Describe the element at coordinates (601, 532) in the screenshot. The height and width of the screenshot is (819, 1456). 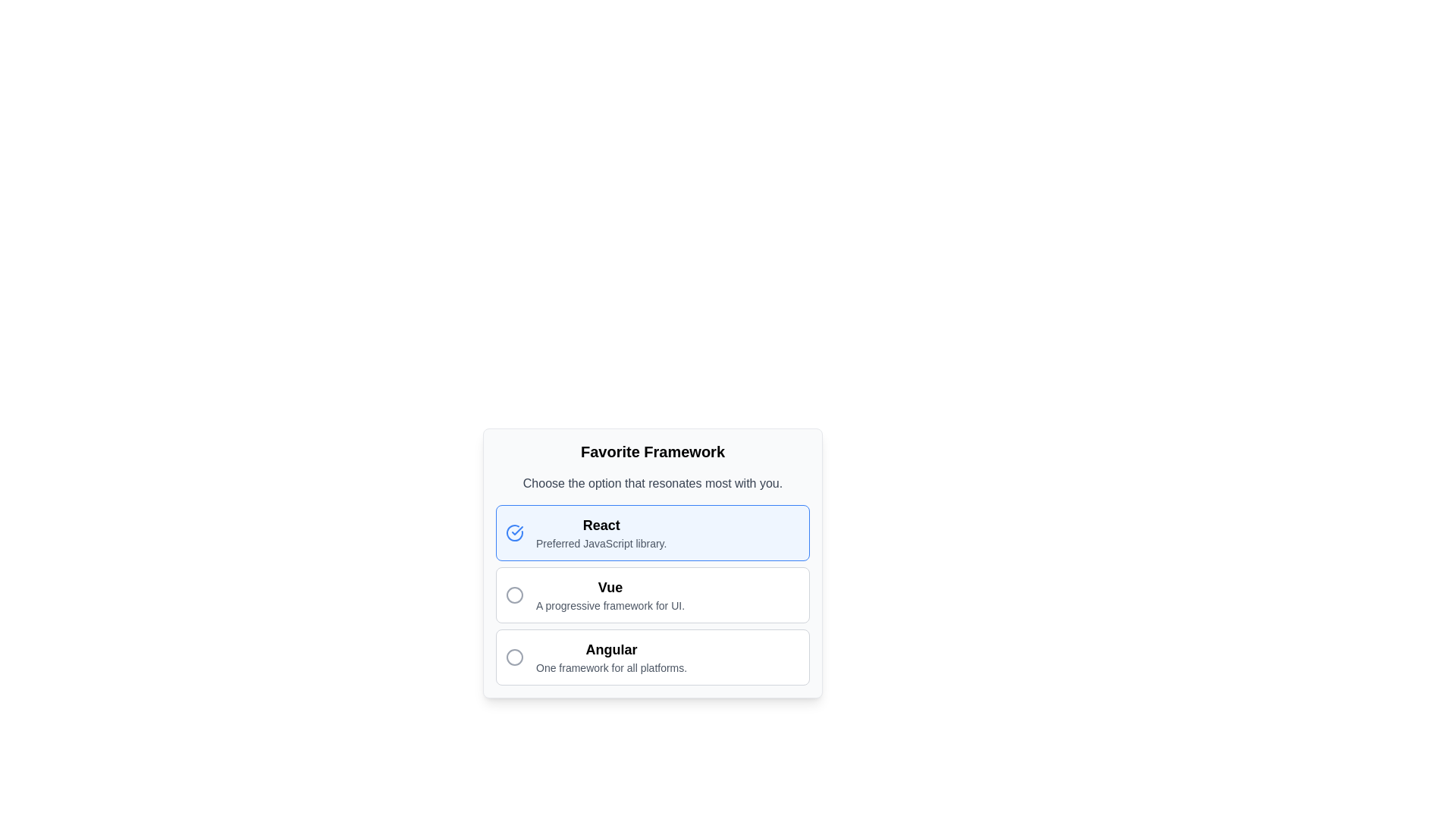
I see `the text block containing 'React' and 'Preferred JavaScript library.' within its selectable card` at that location.